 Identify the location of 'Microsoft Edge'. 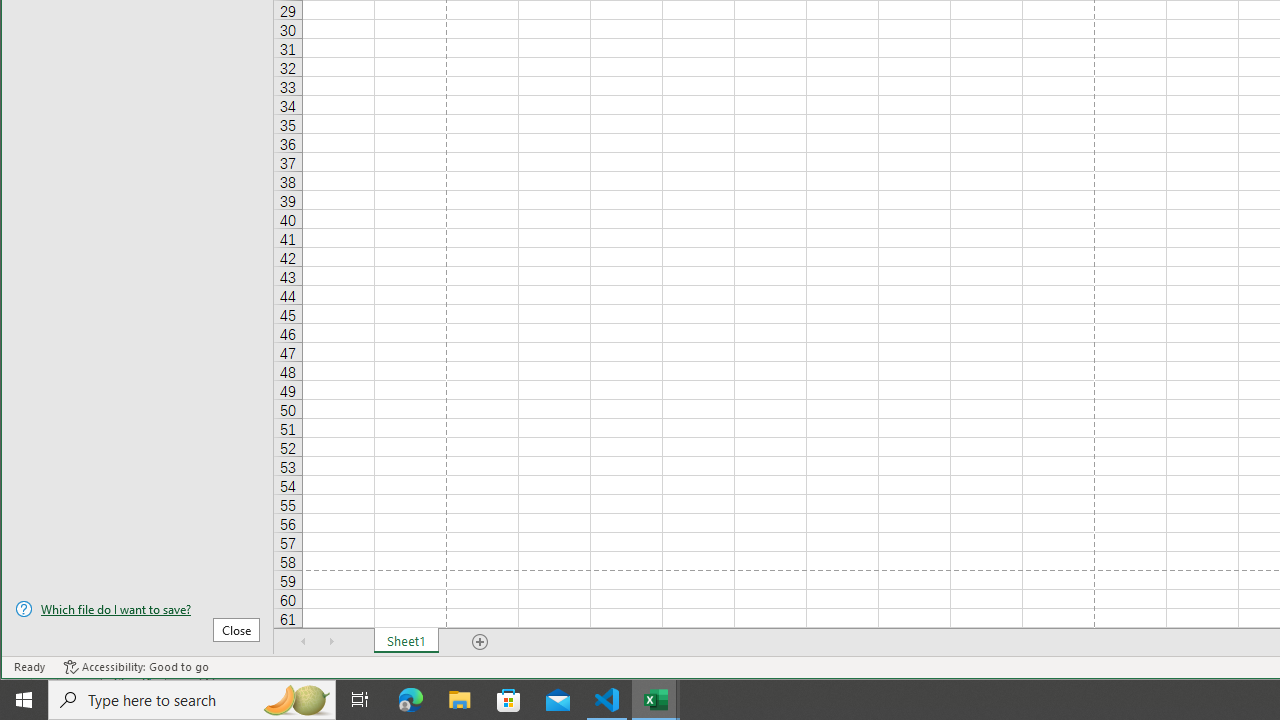
(410, 698).